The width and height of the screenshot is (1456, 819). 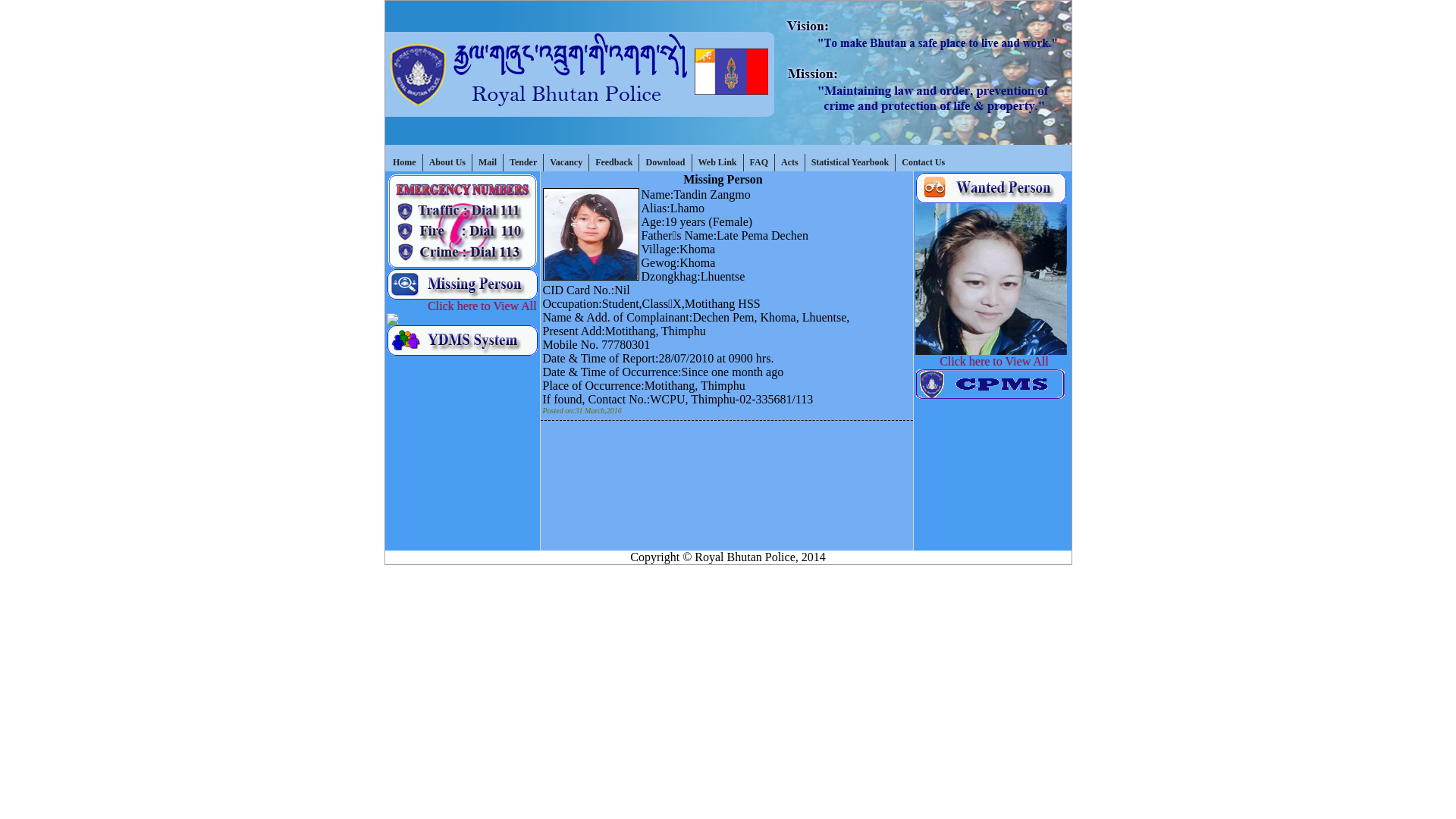 I want to click on 'Feedback', so click(x=614, y=162).